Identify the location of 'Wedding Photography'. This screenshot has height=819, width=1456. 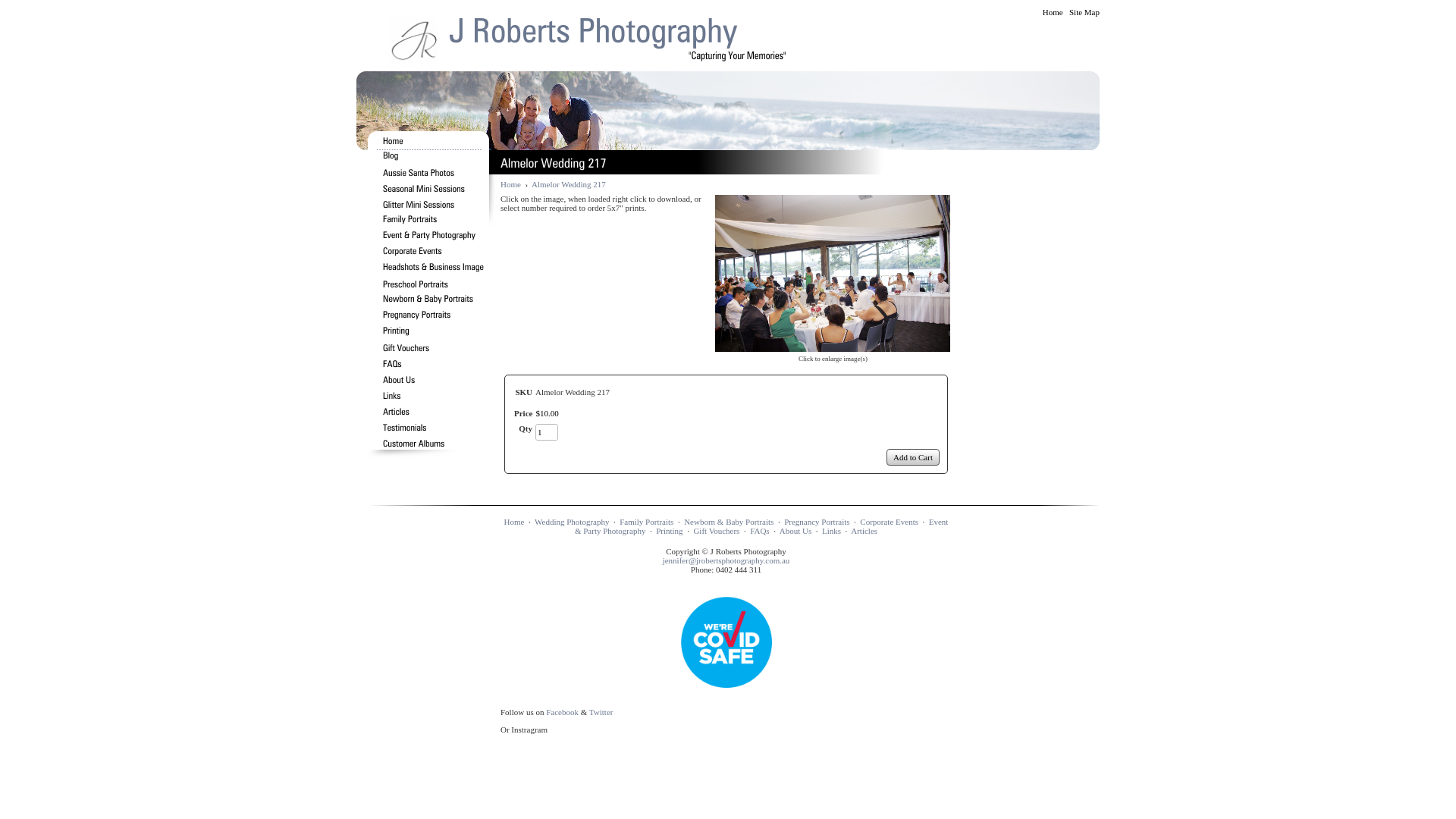
(570, 520).